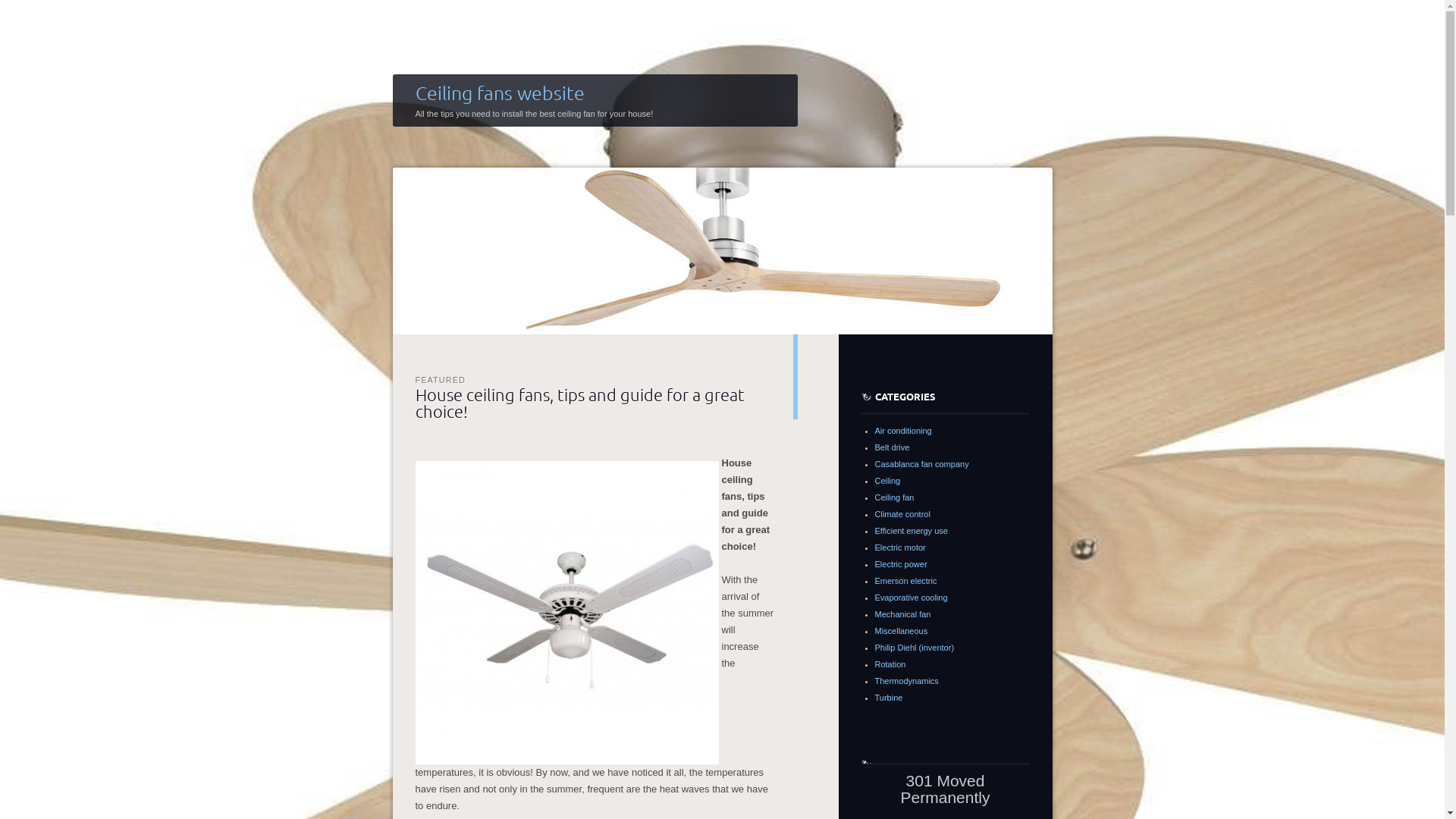 The height and width of the screenshot is (819, 1456). Describe the element at coordinates (906, 680) in the screenshot. I see `'Thermodynamics'` at that location.